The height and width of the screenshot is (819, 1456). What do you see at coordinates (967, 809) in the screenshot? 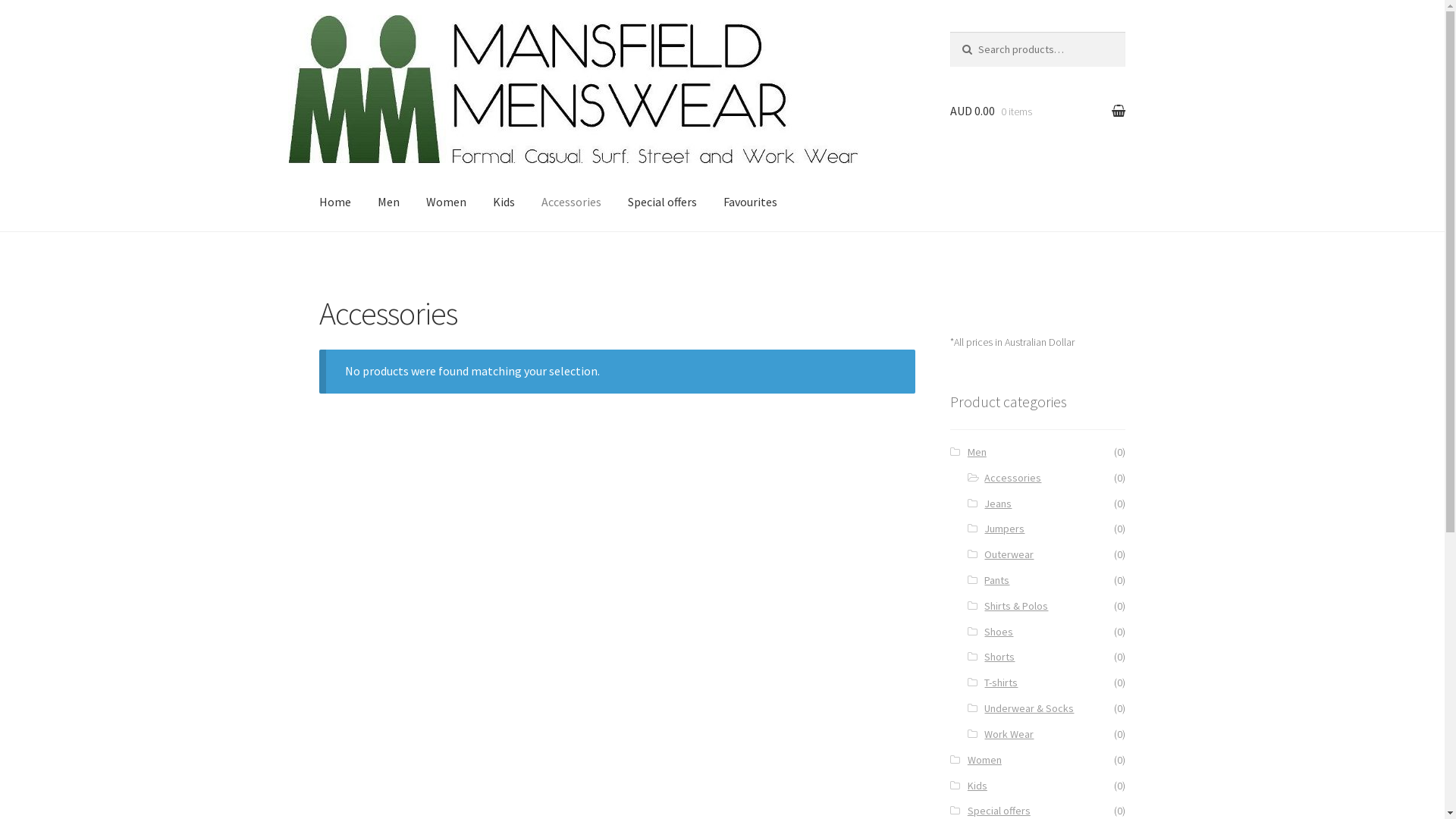
I see `'Special offers'` at bounding box center [967, 809].